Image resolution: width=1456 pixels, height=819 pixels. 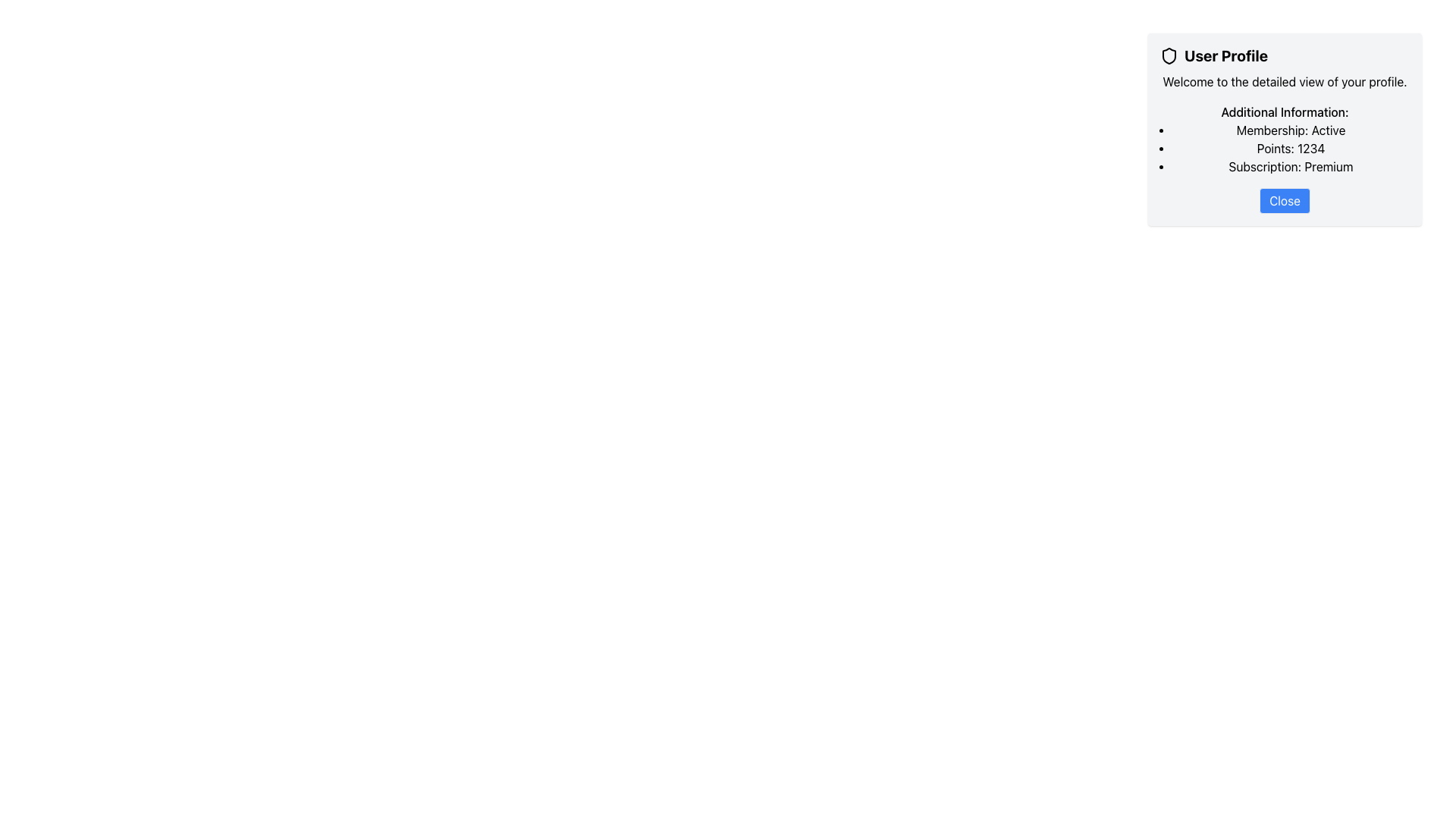 What do you see at coordinates (1226, 55) in the screenshot?
I see `the 'User Profile' text label, which is prominently displayed in bold and extra-large font at the top left of a card interface, positioned below a small shield icon` at bounding box center [1226, 55].